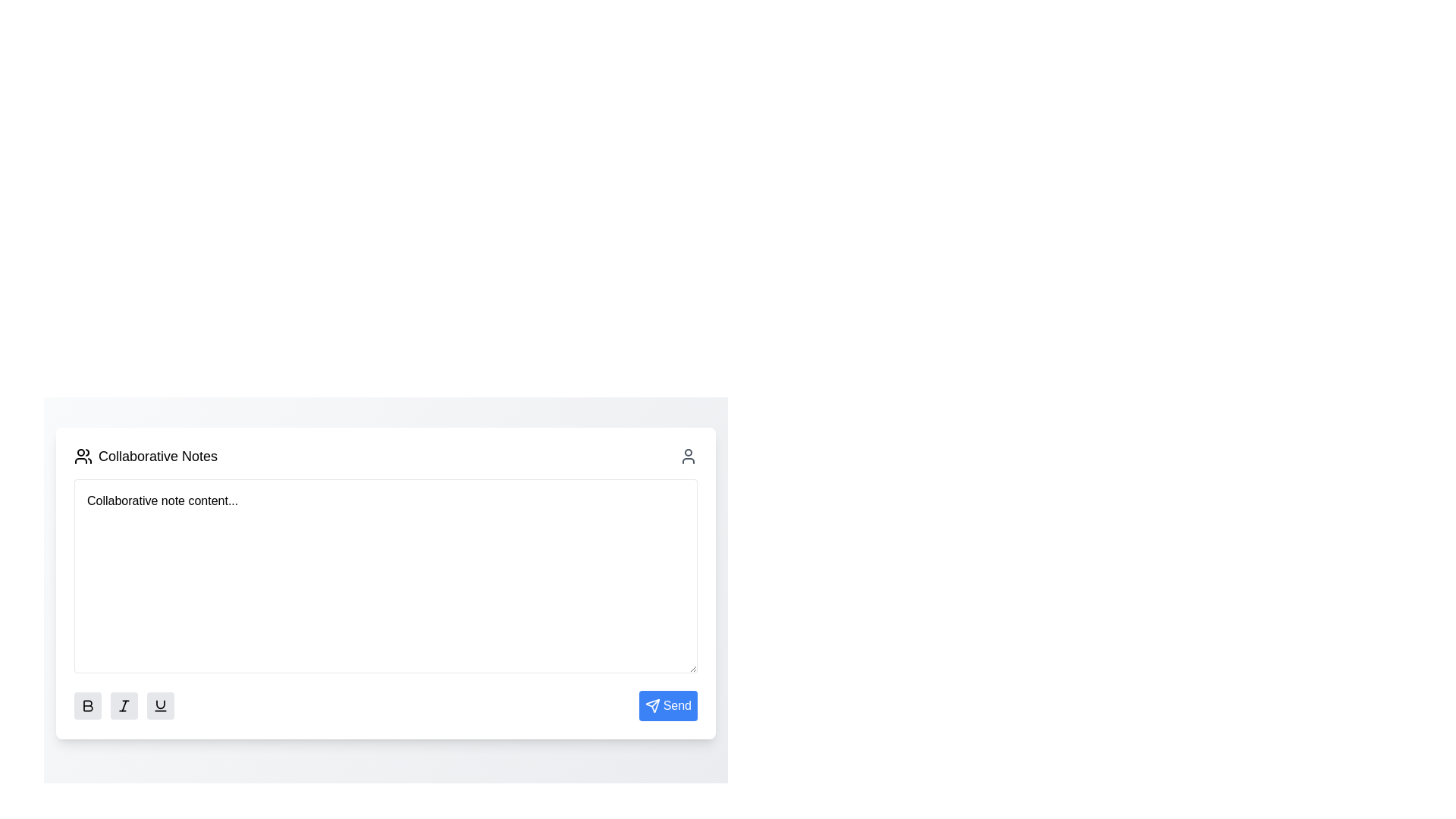  Describe the element at coordinates (652, 705) in the screenshot. I see `the triangular arrow icon representing the 'send' action located in the bottom-right corner of the collaborative note-taking interface` at that location.